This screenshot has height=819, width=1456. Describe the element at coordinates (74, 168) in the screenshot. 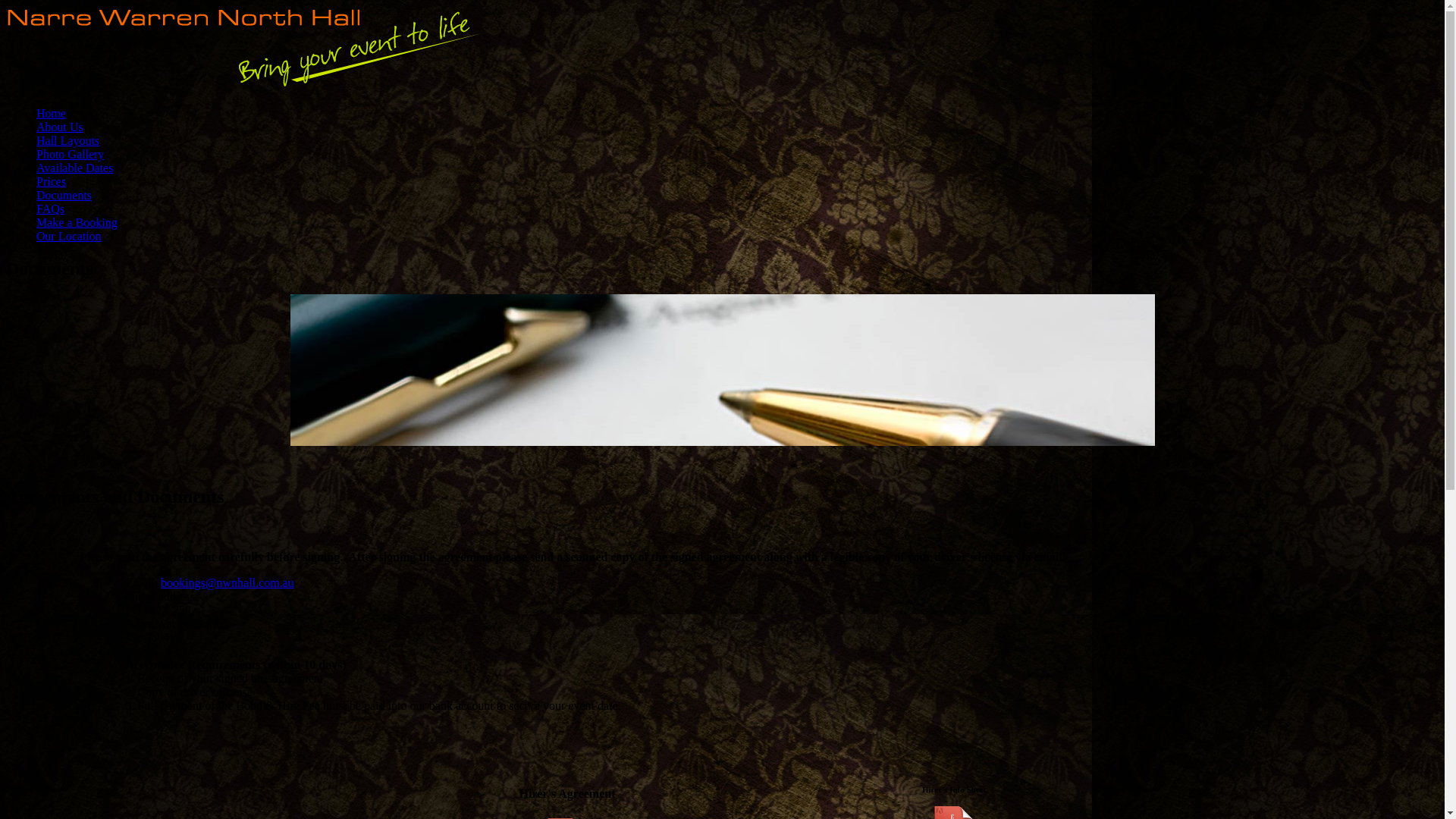

I see `'Available Dates'` at that location.